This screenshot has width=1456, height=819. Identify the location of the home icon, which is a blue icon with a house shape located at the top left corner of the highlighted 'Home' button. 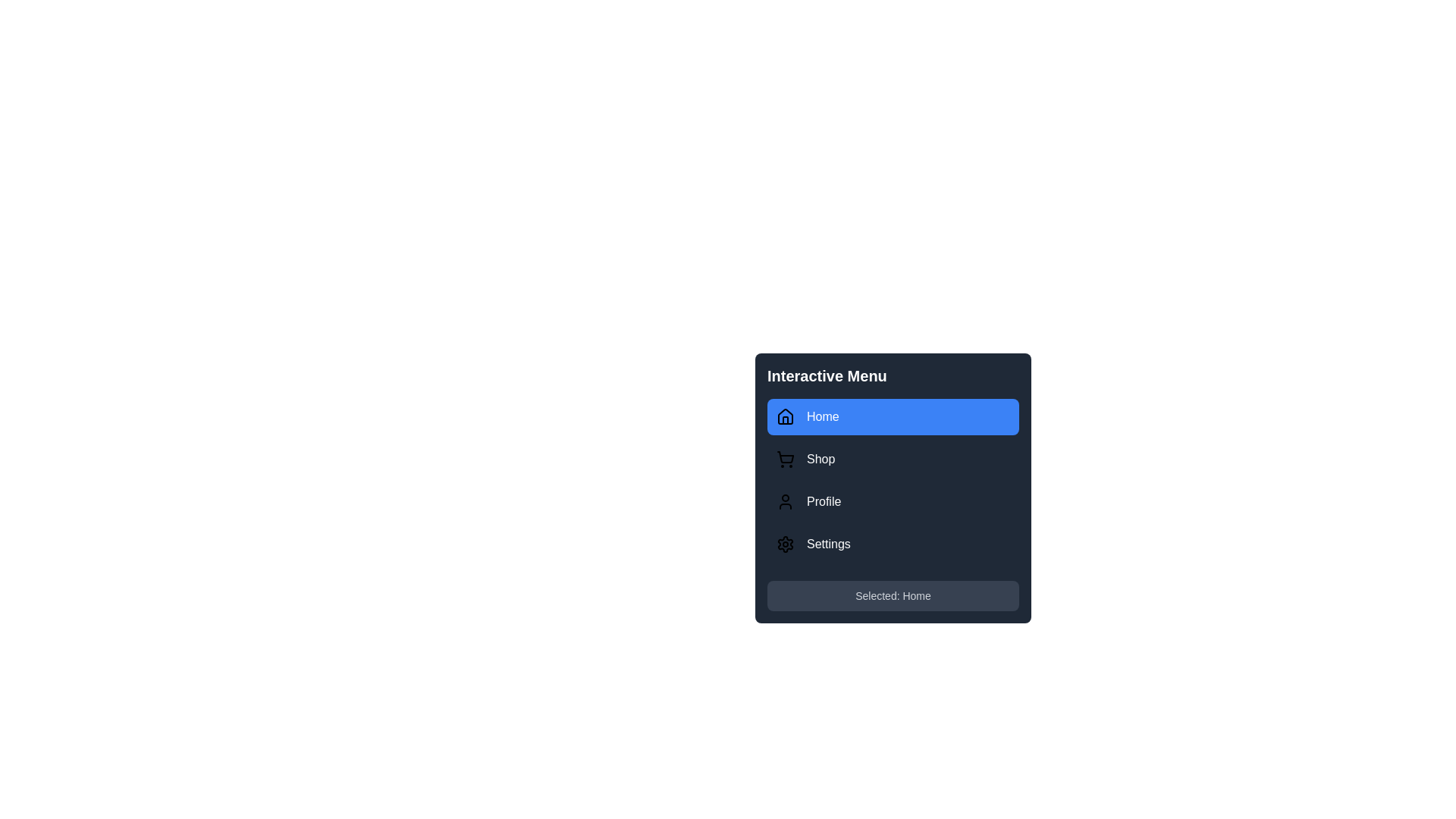
(786, 417).